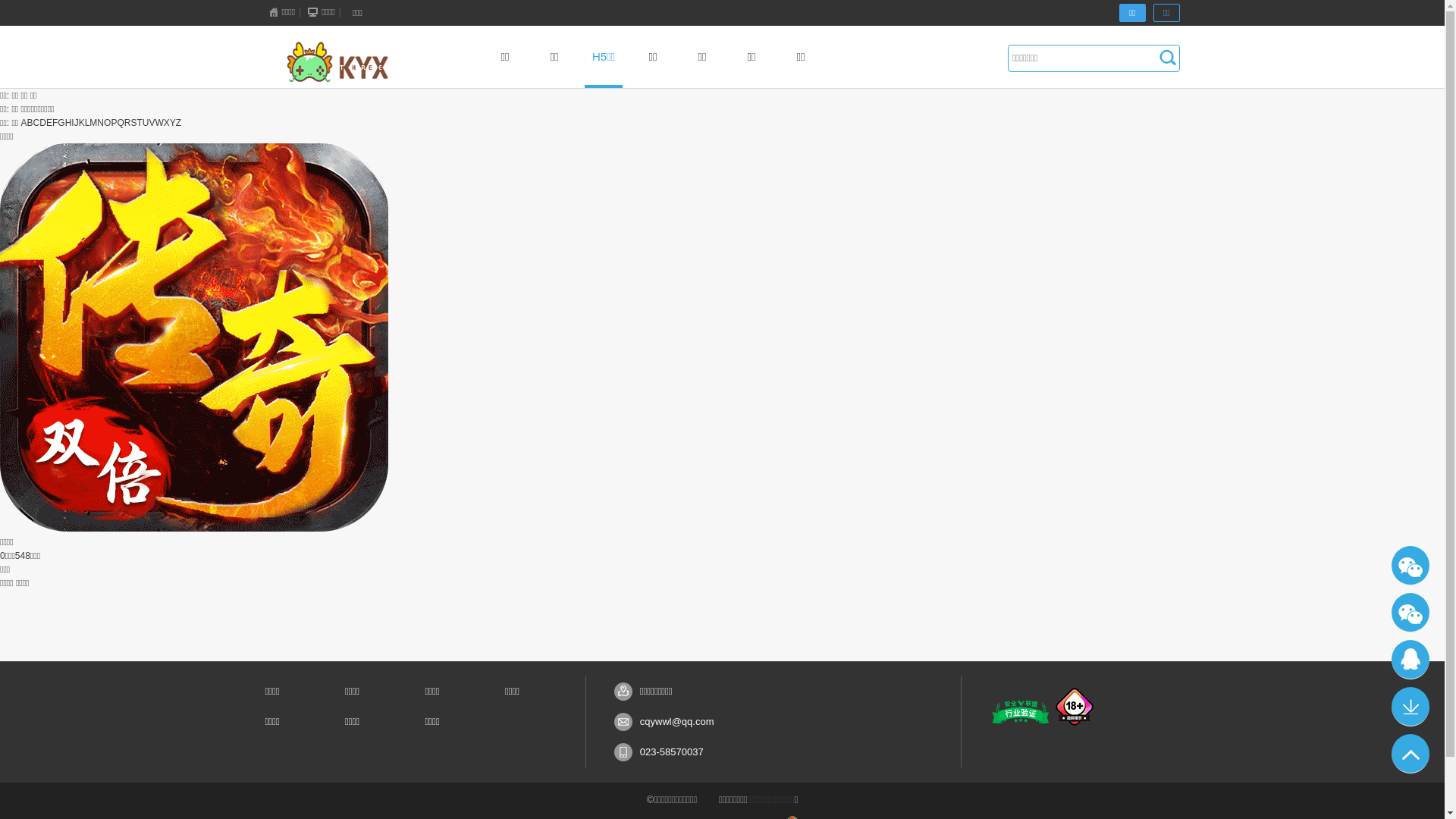  What do you see at coordinates (152, 122) in the screenshot?
I see `'V'` at bounding box center [152, 122].